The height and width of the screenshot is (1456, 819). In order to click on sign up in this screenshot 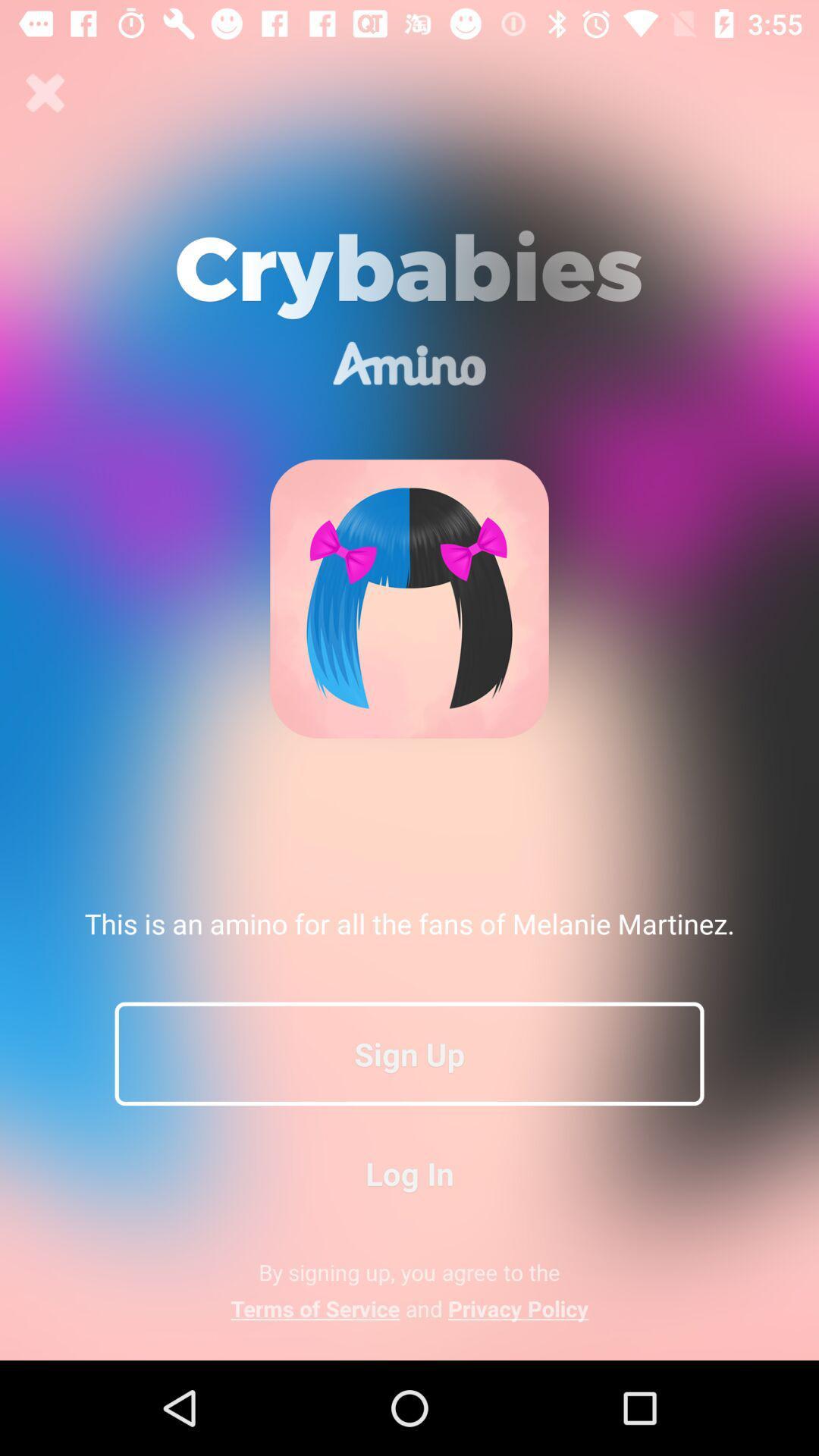, I will do `click(409, 1053)`.